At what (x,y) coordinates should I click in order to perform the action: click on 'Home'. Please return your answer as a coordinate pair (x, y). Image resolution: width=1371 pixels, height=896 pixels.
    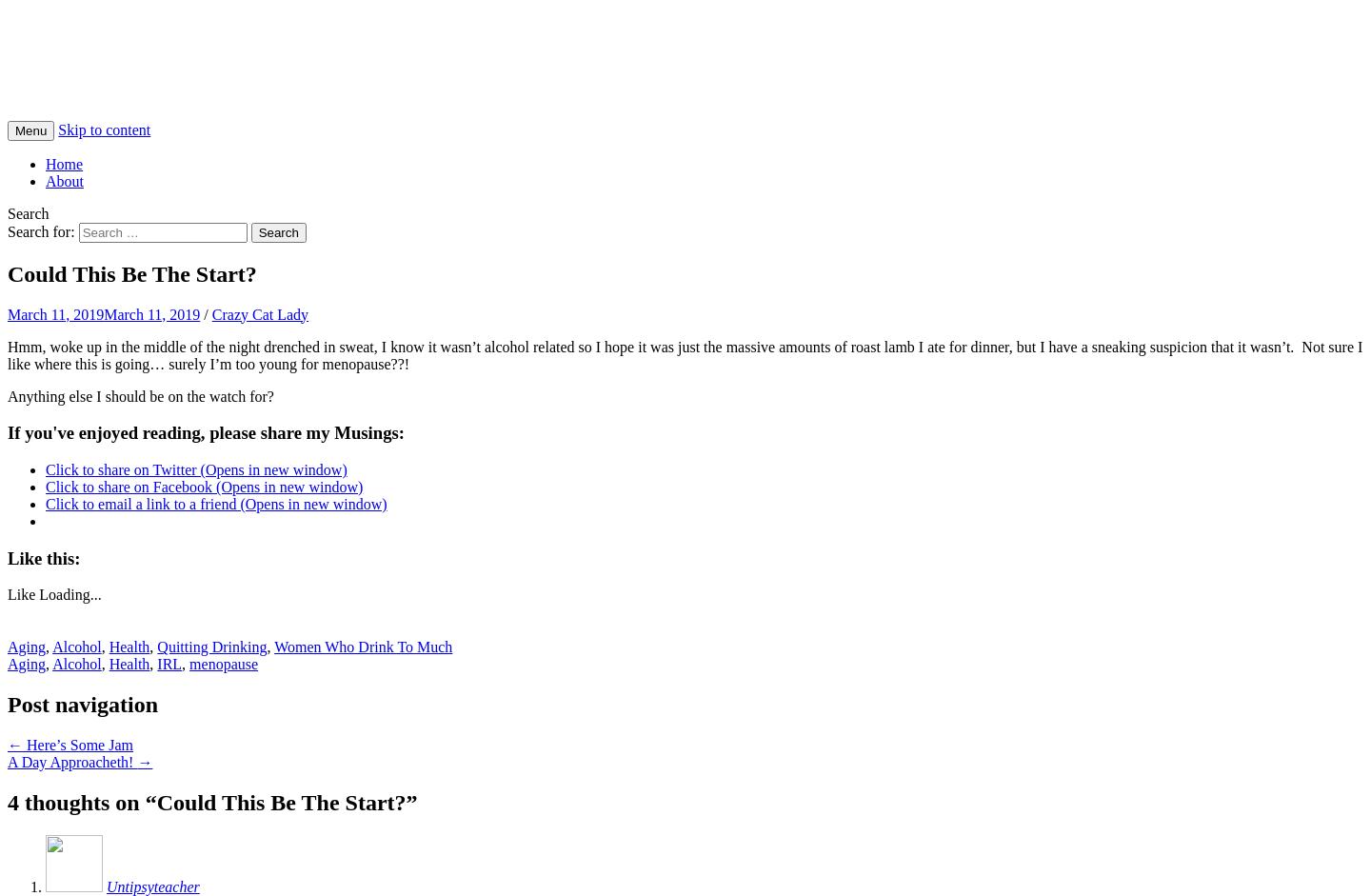
    Looking at the image, I should click on (44, 162).